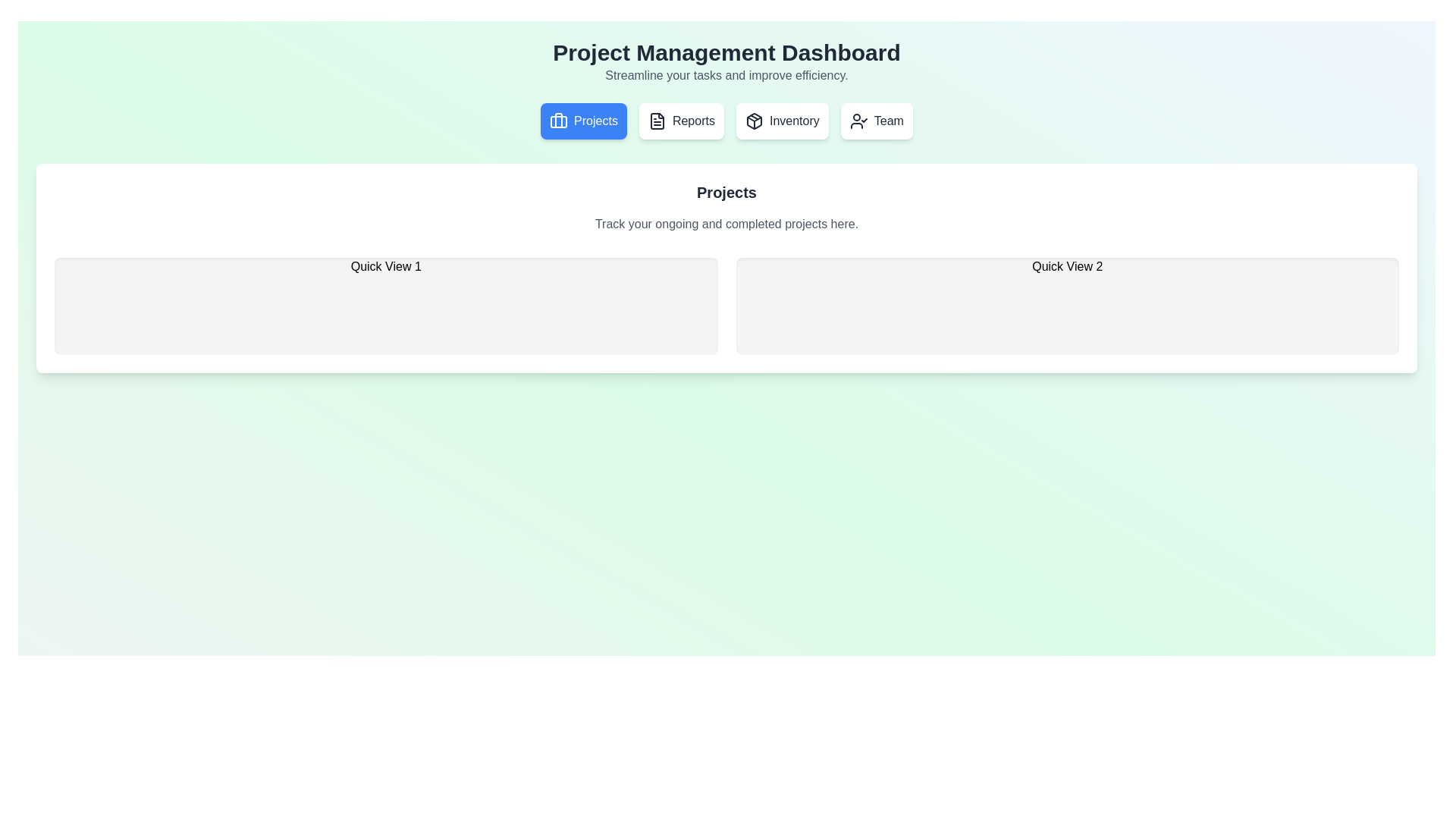  Describe the element at coordinates (657, 120) in the screenshot. I see `the 'Report' icon element located in the dashboard header, positioned between the 'Projects' and 'Inventory' icons` at that location.